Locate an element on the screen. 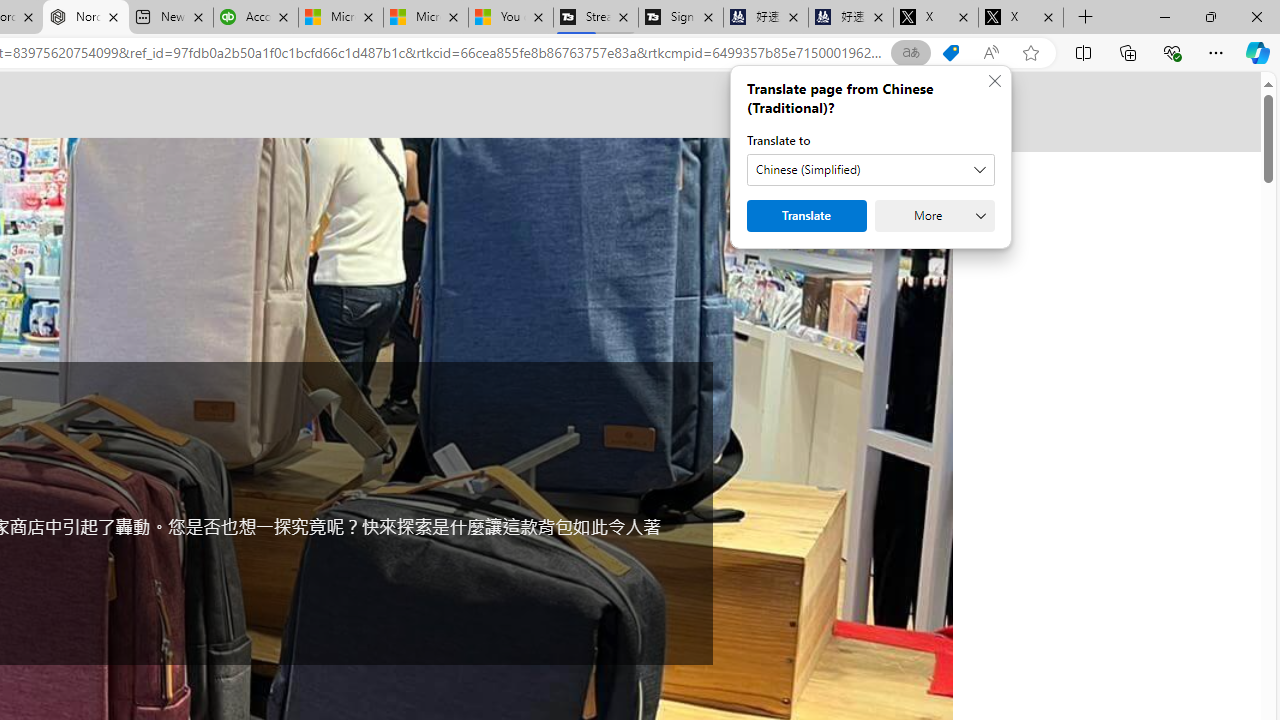 Image resolution: width=1280 pixels, height=720 pixels. 'This site has coupons! Shopping in Microsoft Edge' is located at coordinates (950, 52).